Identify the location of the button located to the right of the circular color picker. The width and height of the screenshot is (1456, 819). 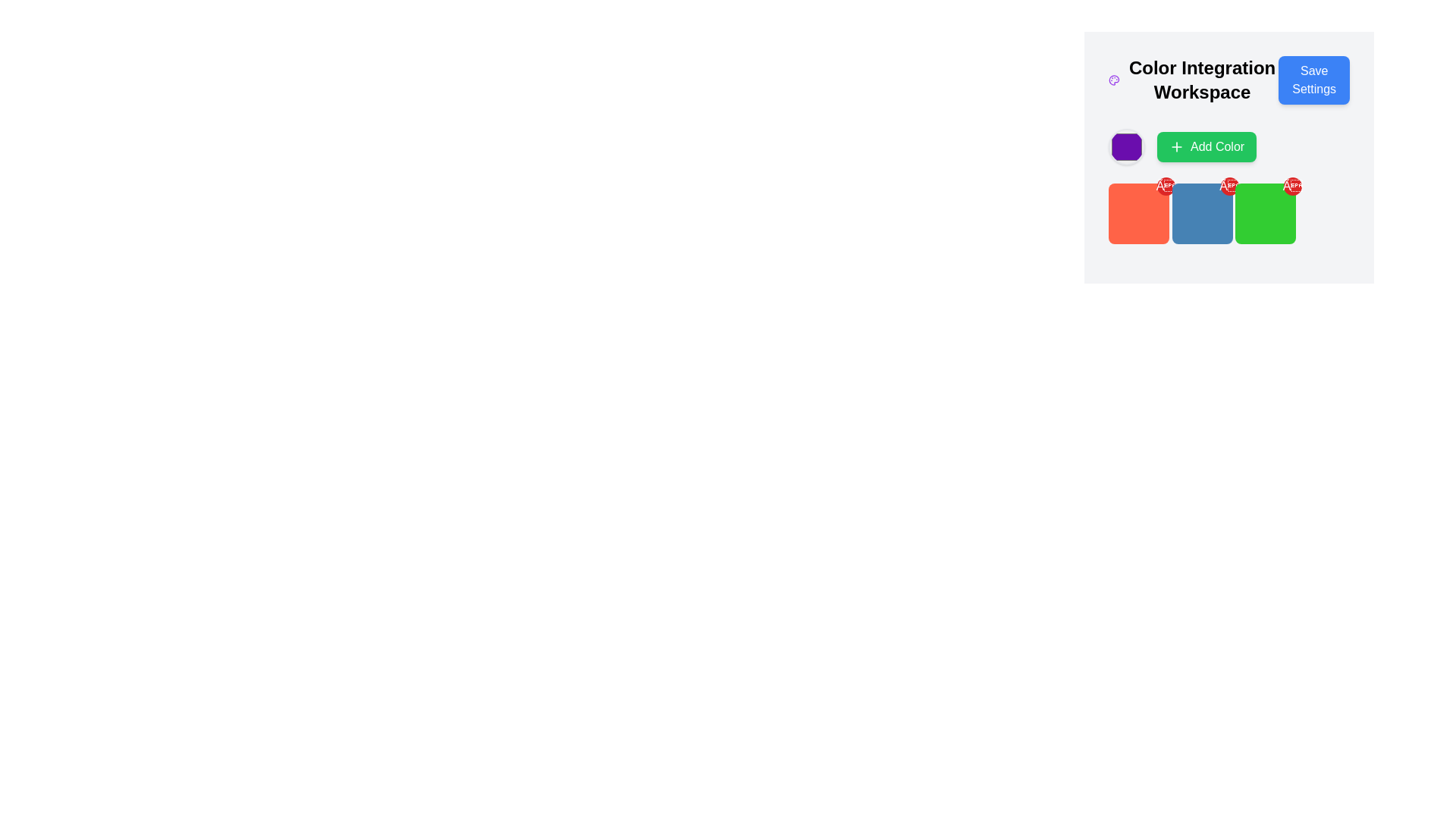
(1206, 146).